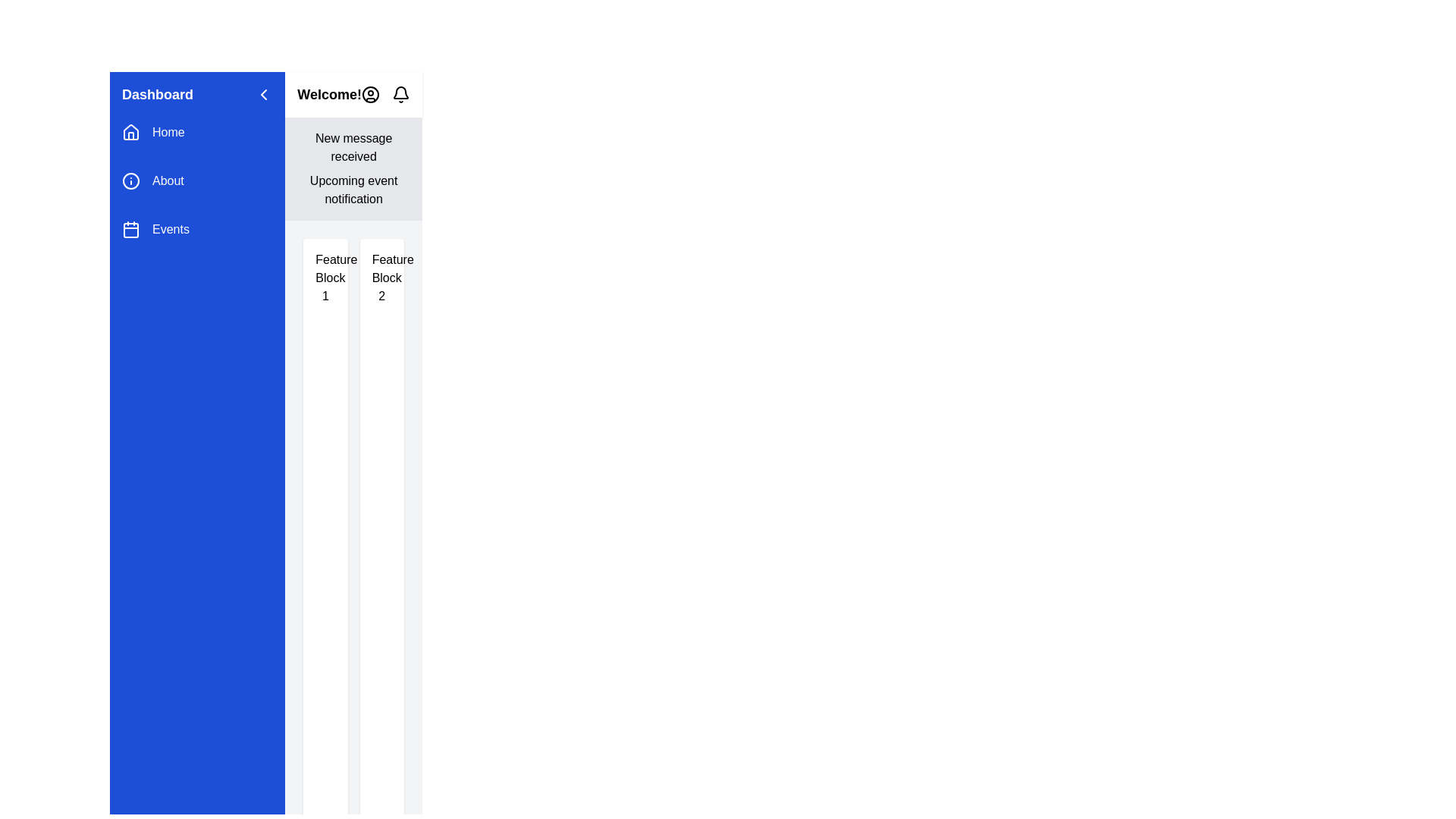 The image size is (1456, 819). Describe the element at coordinates (130, 230) in the screenshot. I see `the 'Events' icon in the vertical navigation menu on the left-hand side` at that location.